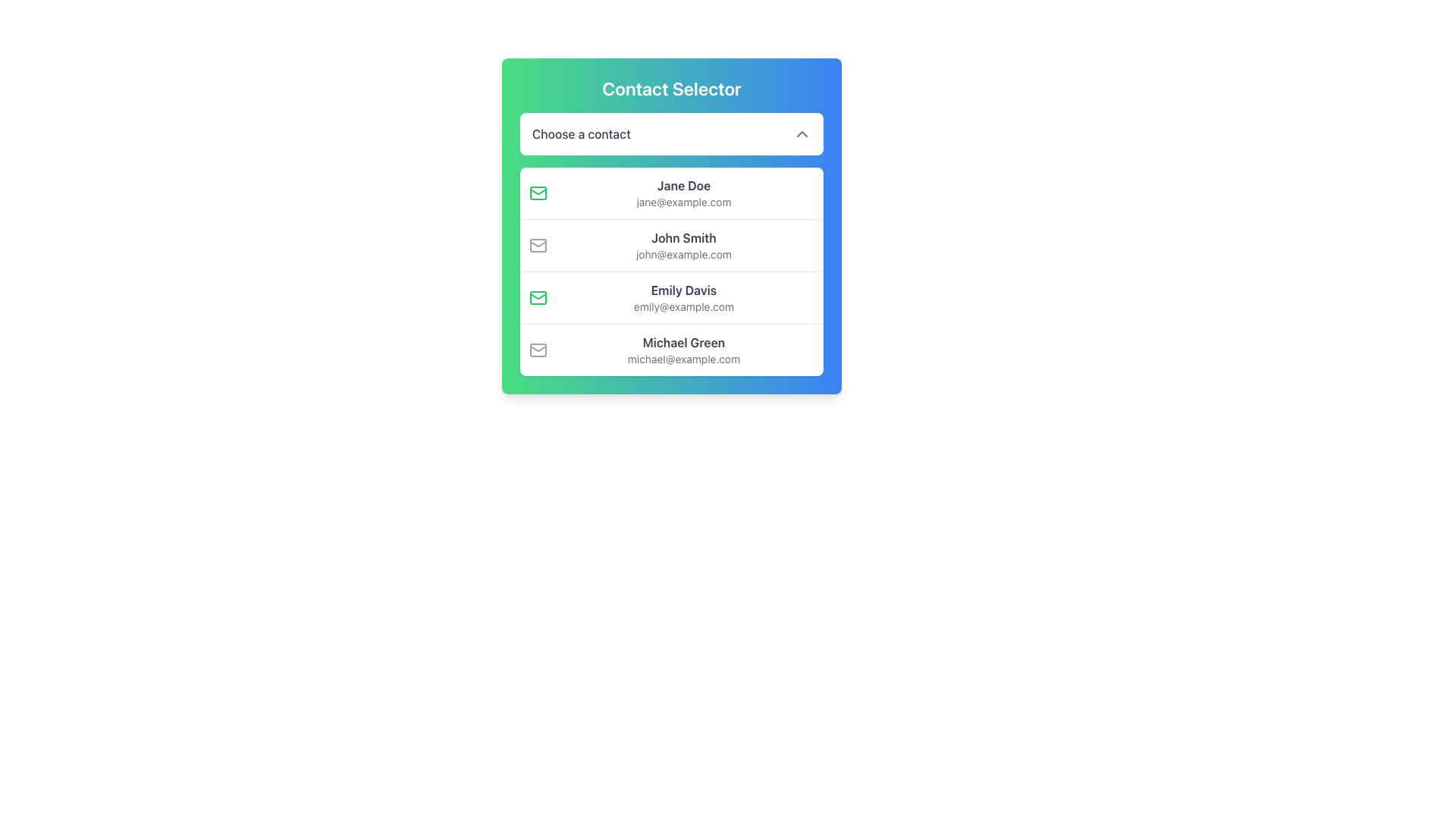 This screenshot has height=819, width=1456. I want to click on the selectable contact entry for 'Michael Green', the fourth item in the list, so click(671, 350).